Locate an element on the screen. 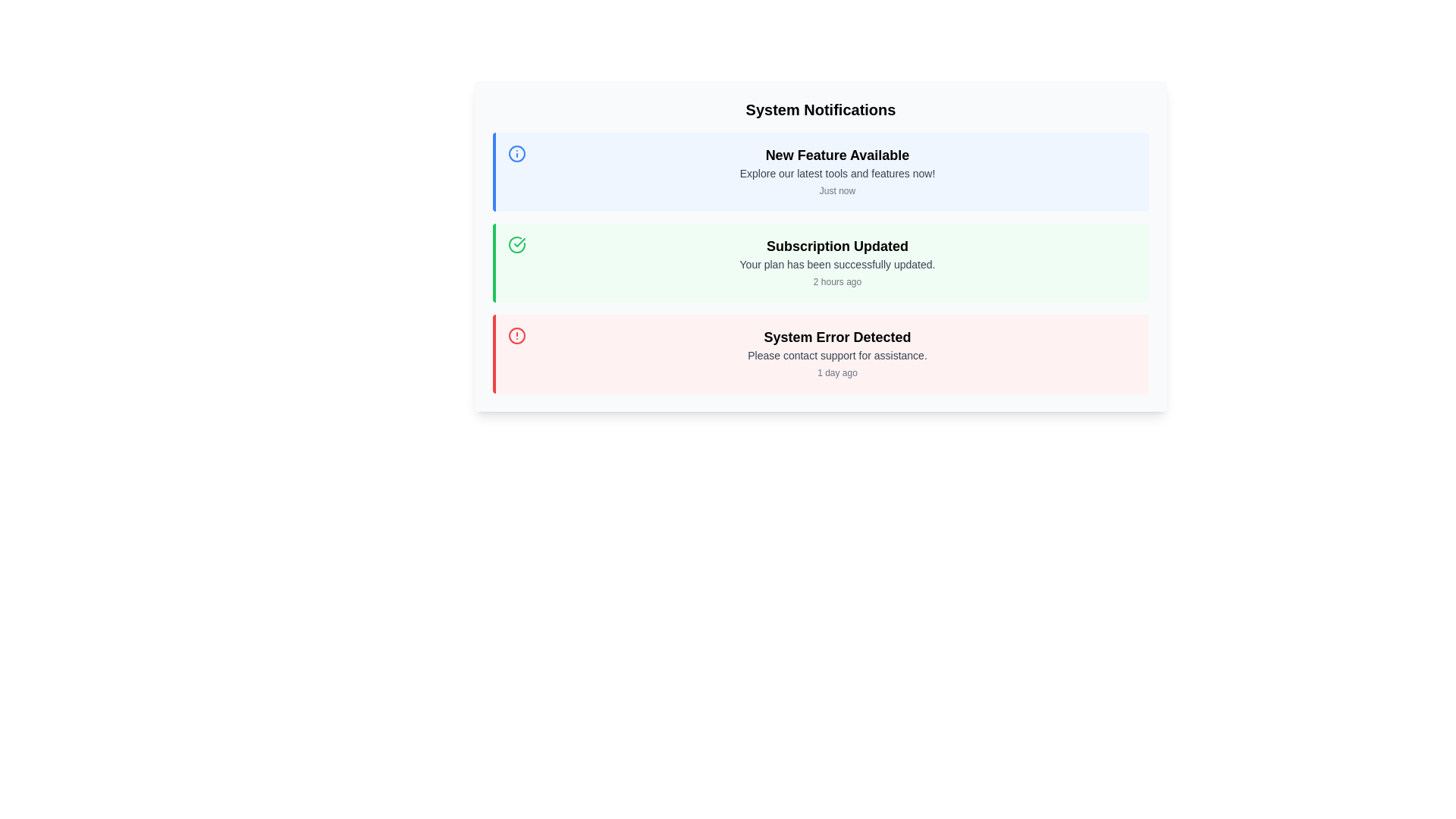  the outer circular boundary of the blue 'info' icon located at the top of the system notification list, to the left of the 'New Feature Available' notification is located at coordinates (516, 154).